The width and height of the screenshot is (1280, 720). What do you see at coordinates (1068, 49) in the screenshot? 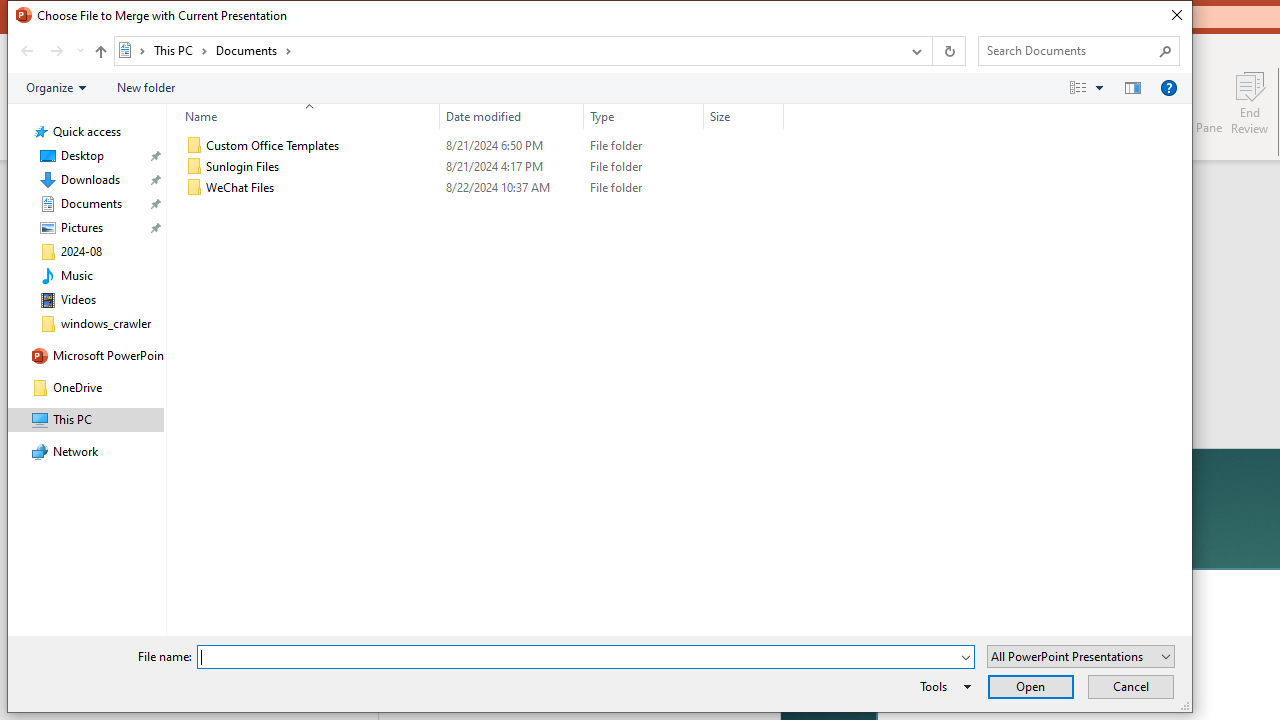
I see `'Search Box'` at bounding box center [1068, 49].